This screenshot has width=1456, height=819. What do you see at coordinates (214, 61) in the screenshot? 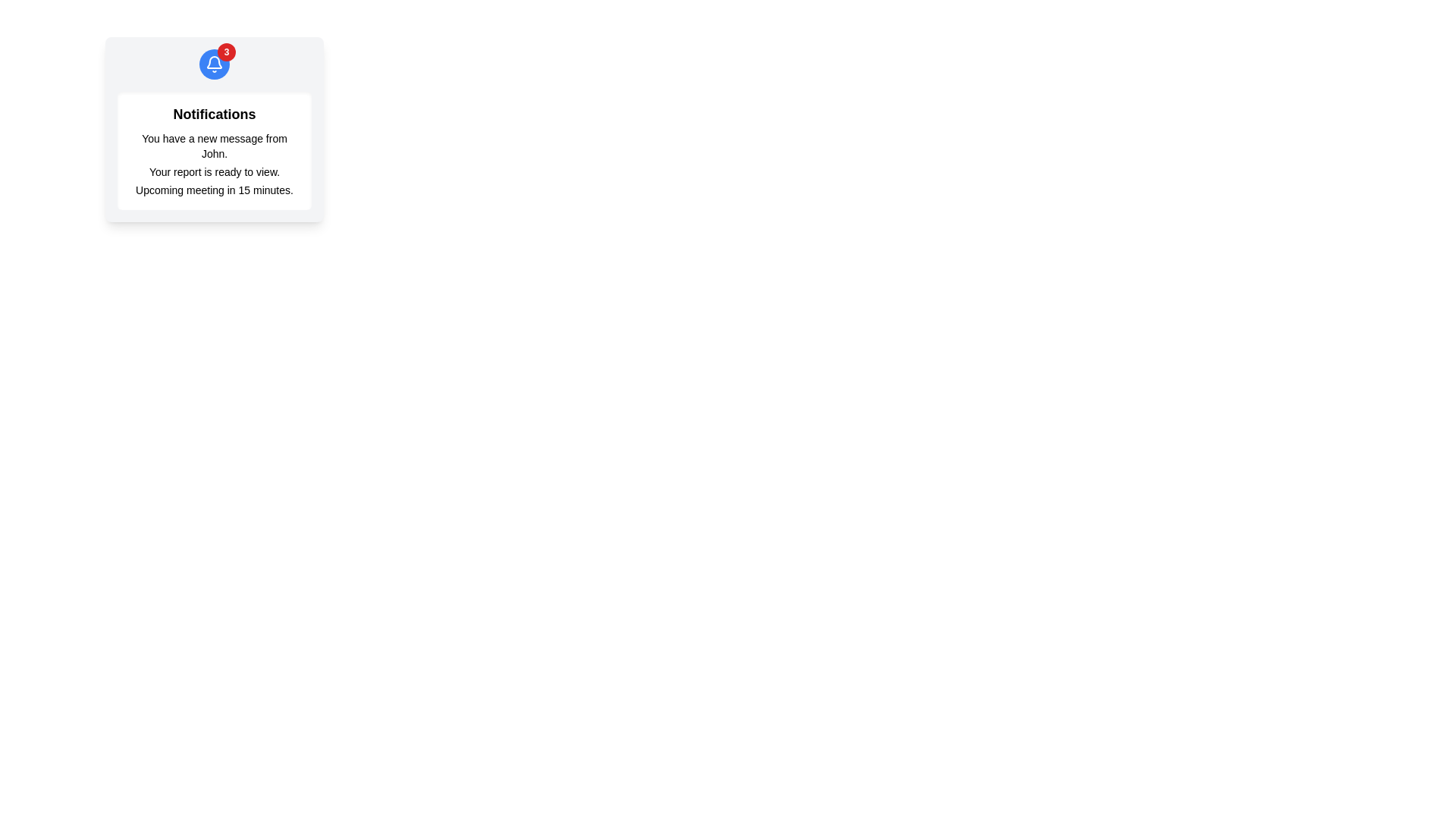
I see `the blue bell icon located centrally in the notification area` at bounding box center [214, 61].